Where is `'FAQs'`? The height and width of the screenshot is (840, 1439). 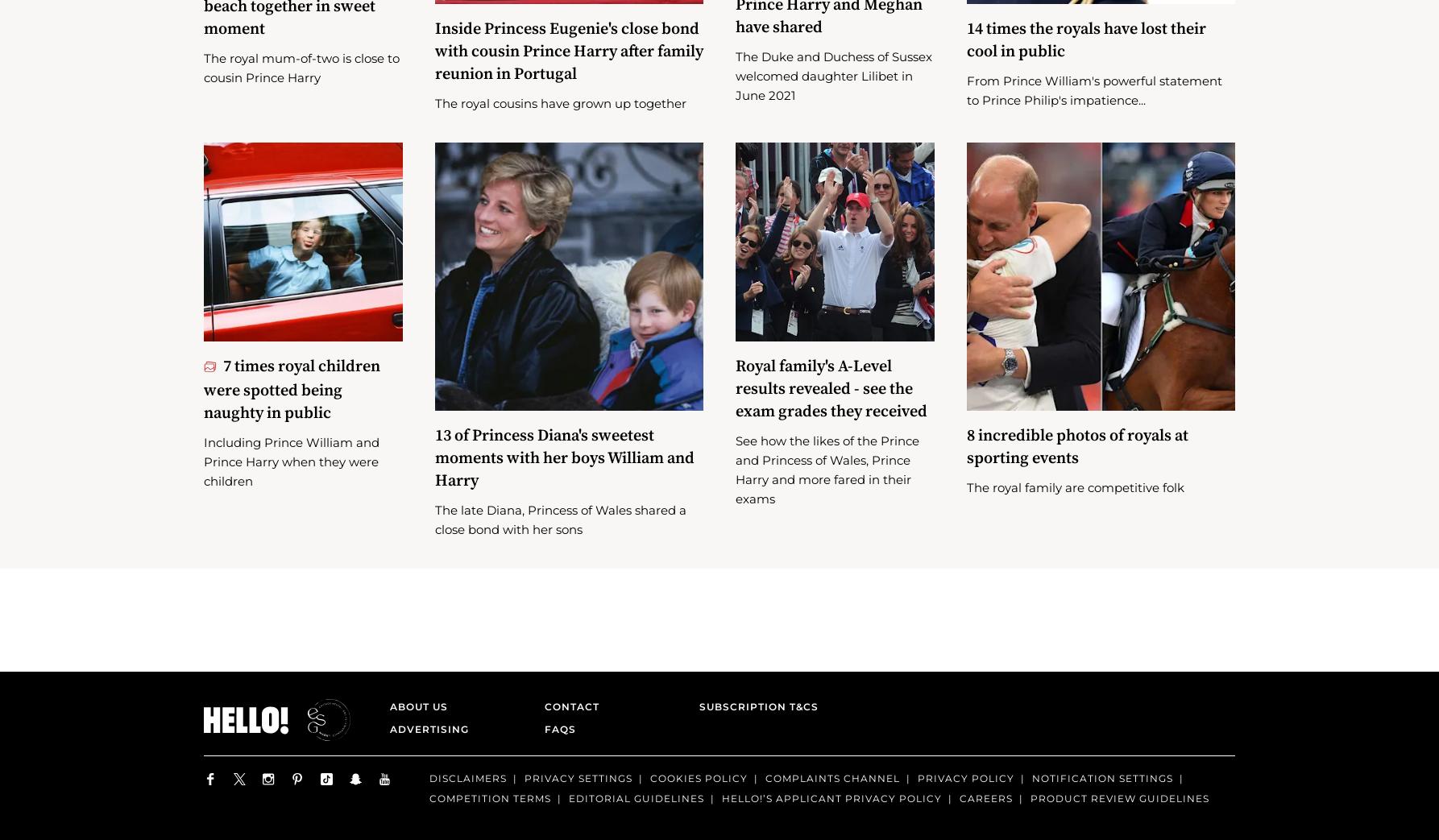
'FAQs' is located at coordinates (545, 752).